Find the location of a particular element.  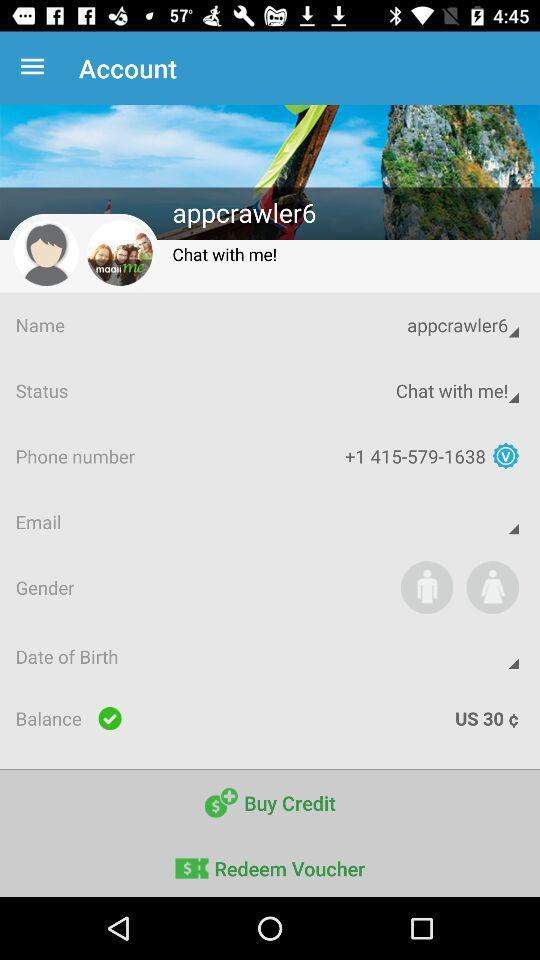

the redeem voucher item is located at coordinates (270, 865).